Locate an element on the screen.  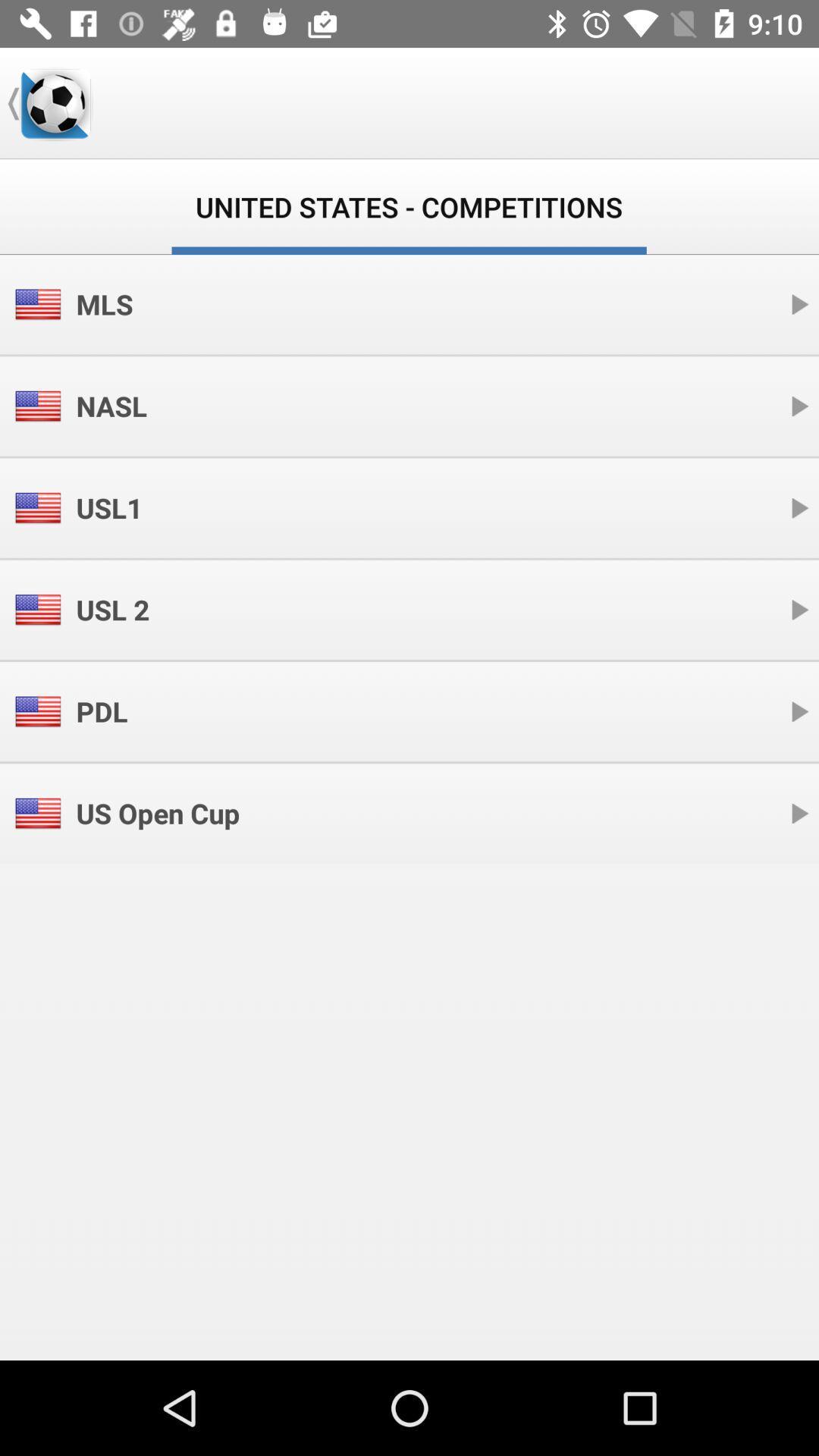
the icon above usl 2 icon is located at coordinates (108, 508).